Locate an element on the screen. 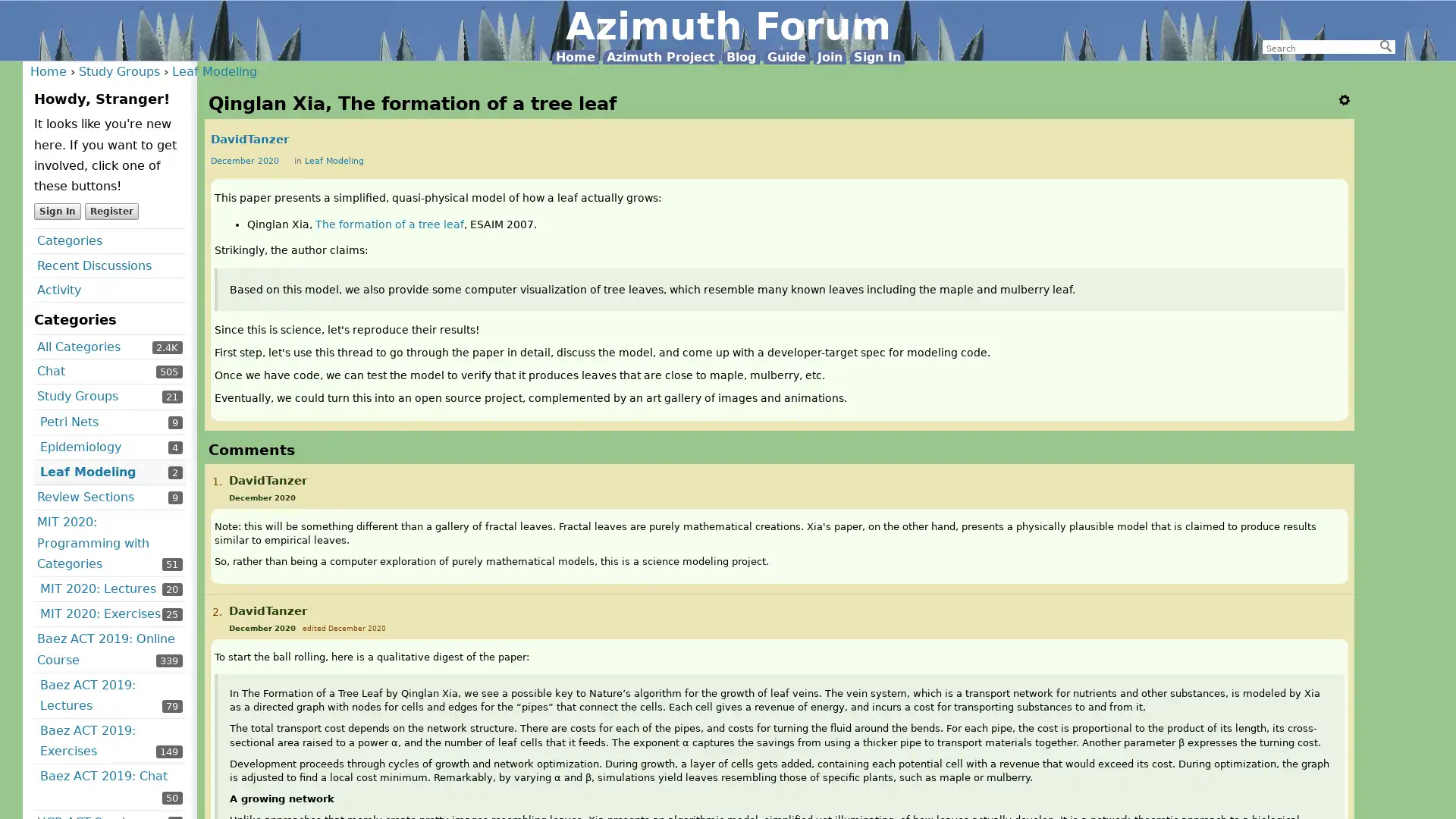 The width and height of the screenshot is (1456, 819). Go is located at coordinates (1386, 45).